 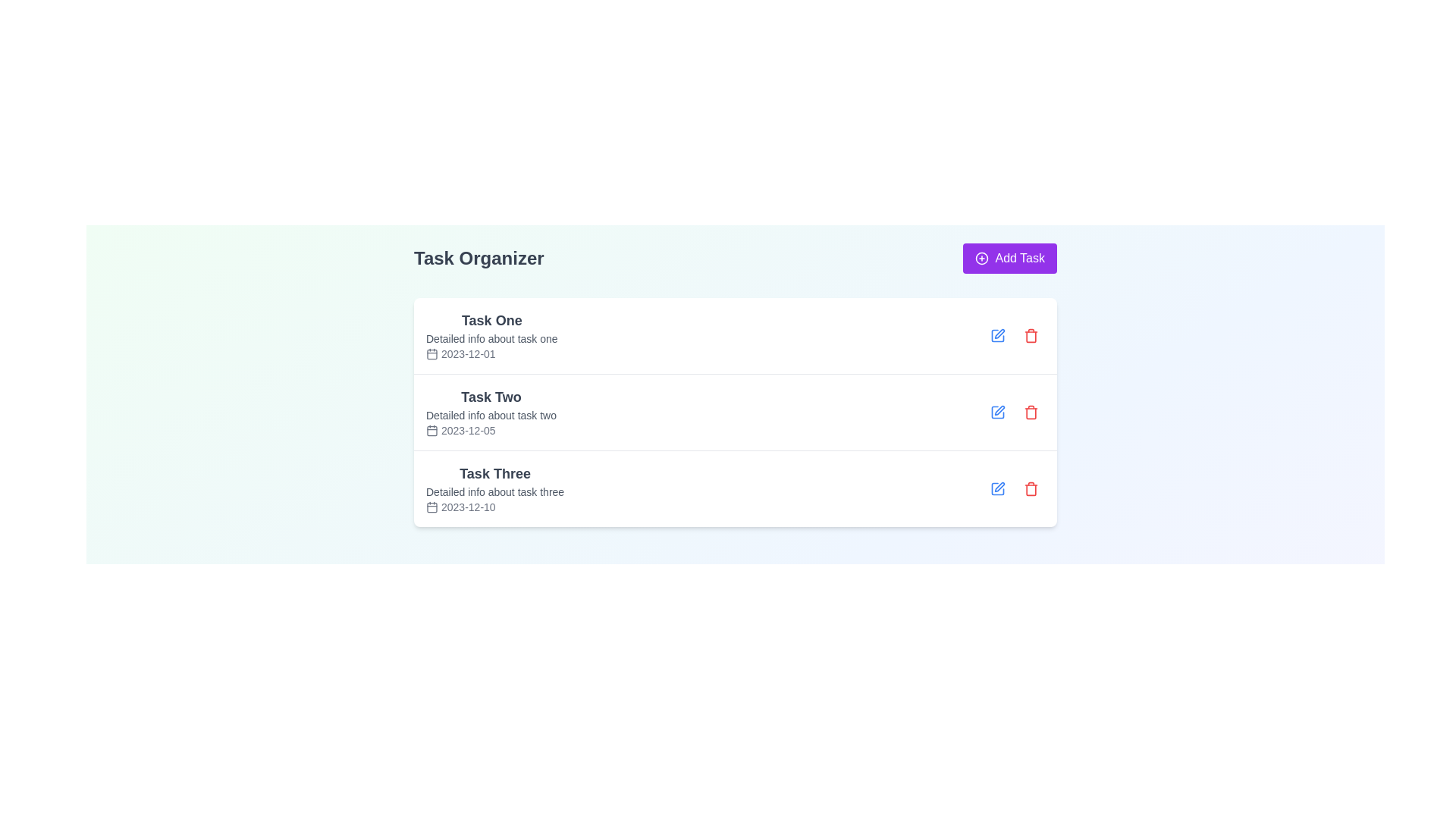 I want to click on the circular icon with a plus sign inside it, located within the 'Add Task' button, so click(x=982, y=257).